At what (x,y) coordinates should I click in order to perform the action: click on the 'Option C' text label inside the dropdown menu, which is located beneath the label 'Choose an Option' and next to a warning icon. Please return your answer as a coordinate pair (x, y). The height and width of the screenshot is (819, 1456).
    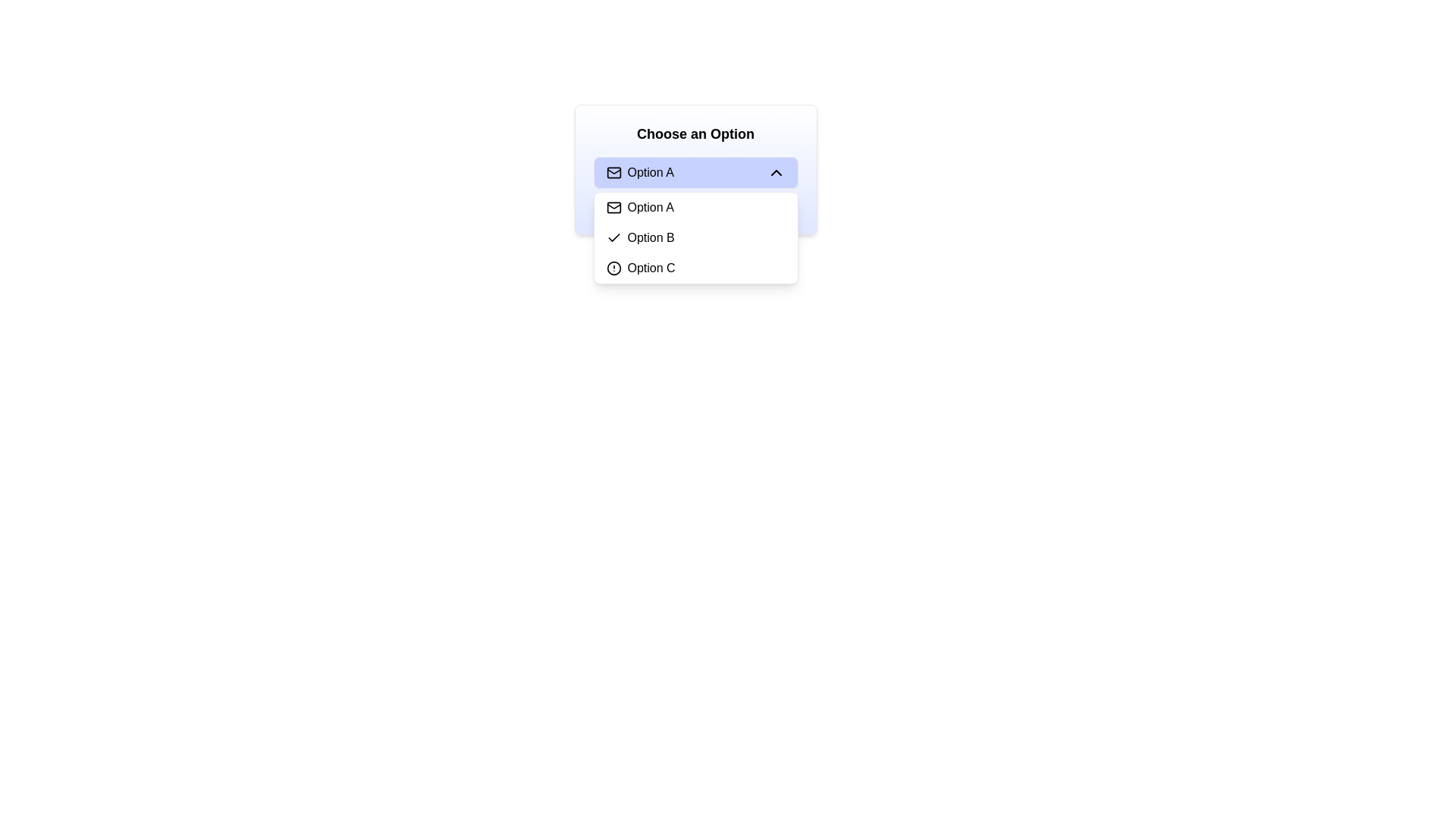
    Looking at the image, I should click on (651, 268).